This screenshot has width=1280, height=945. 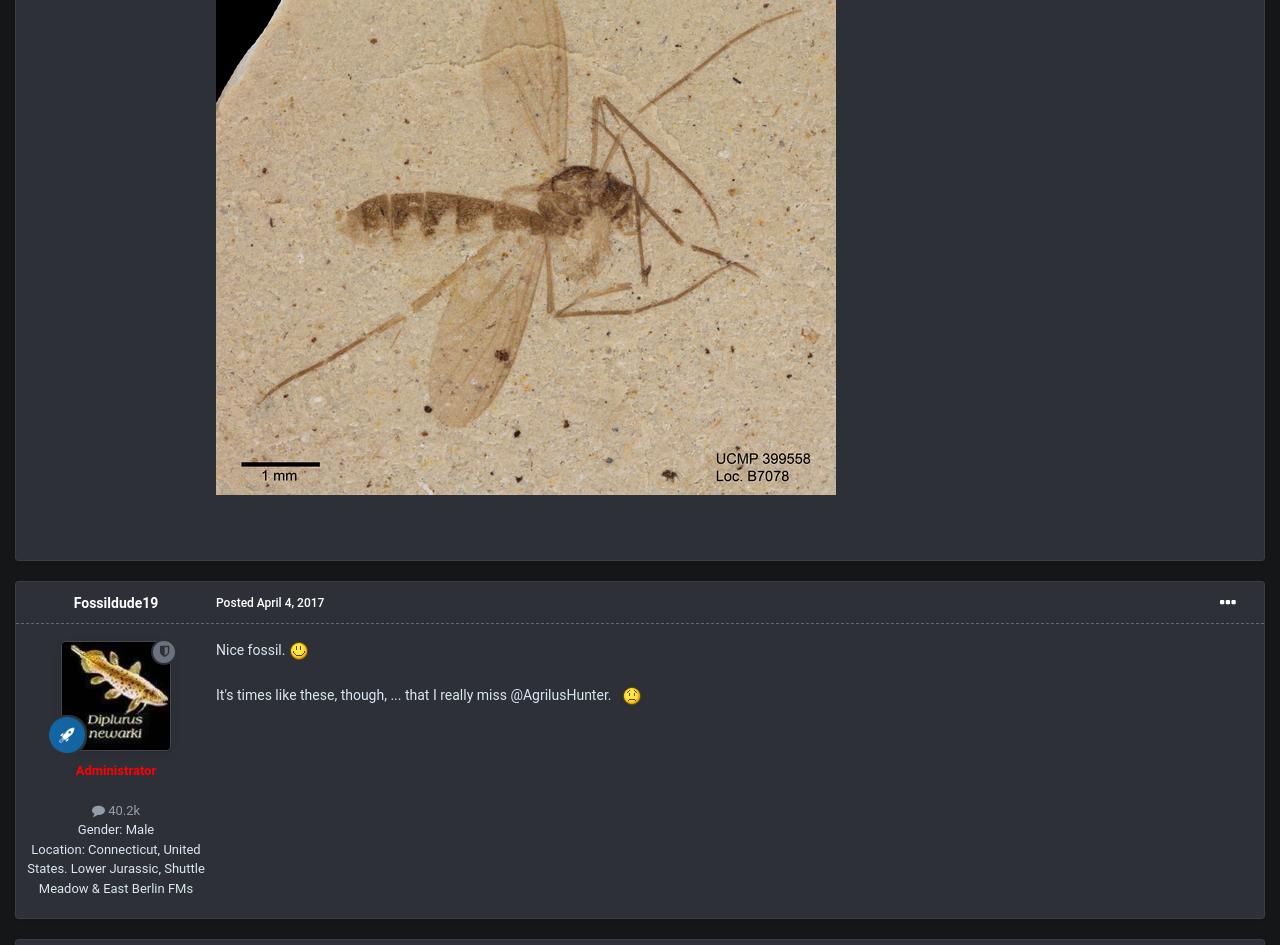 I want to click on 'Fossildude19', so click(x=114, y=603).